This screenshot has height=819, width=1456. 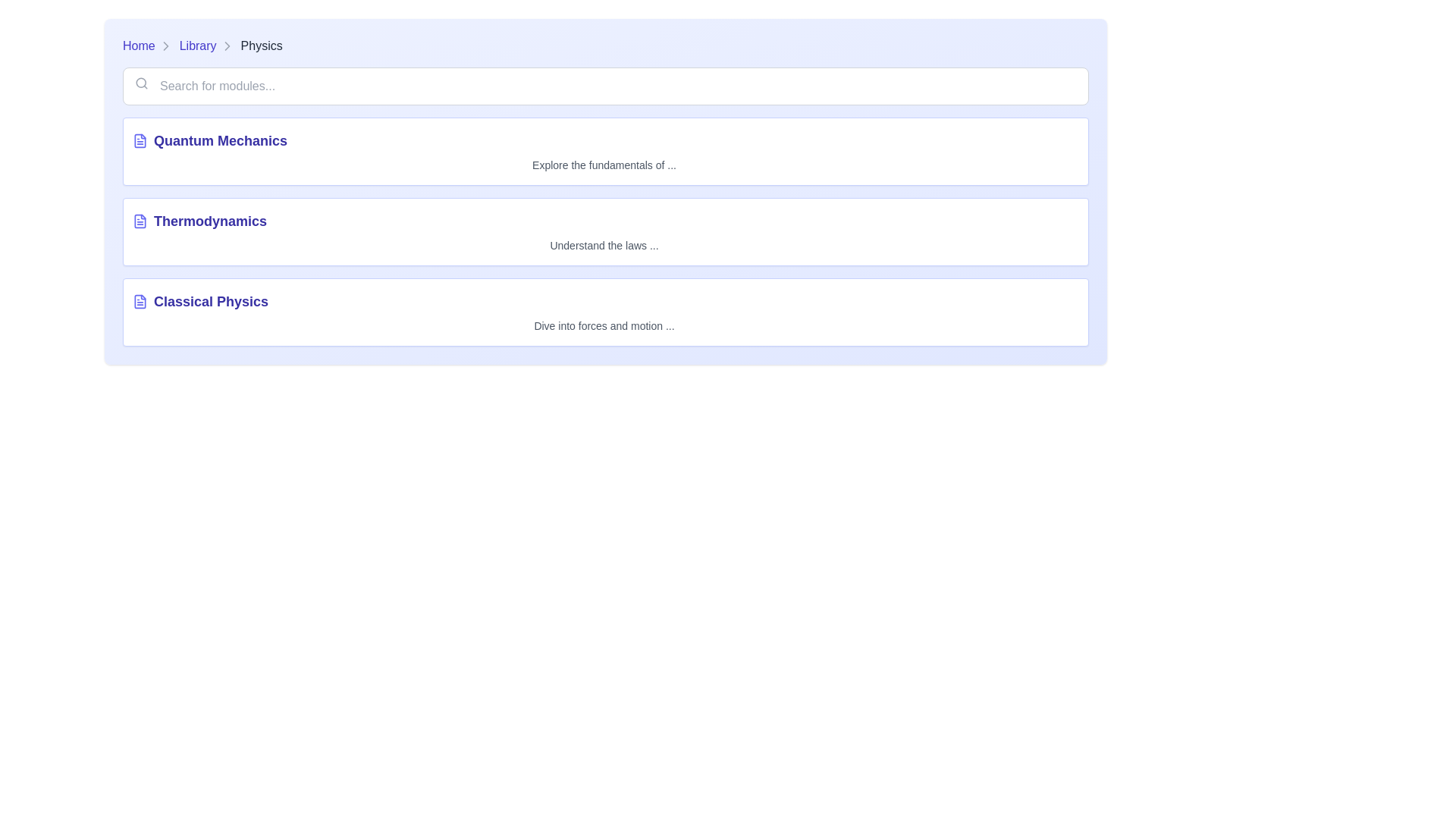 What do you see at coordinates (226, 45) in the screenshot?
I see `the icon that visually represents the connection between 'Library' and 'Physics' in the top navigation bar` at bounding box center [226, 45].